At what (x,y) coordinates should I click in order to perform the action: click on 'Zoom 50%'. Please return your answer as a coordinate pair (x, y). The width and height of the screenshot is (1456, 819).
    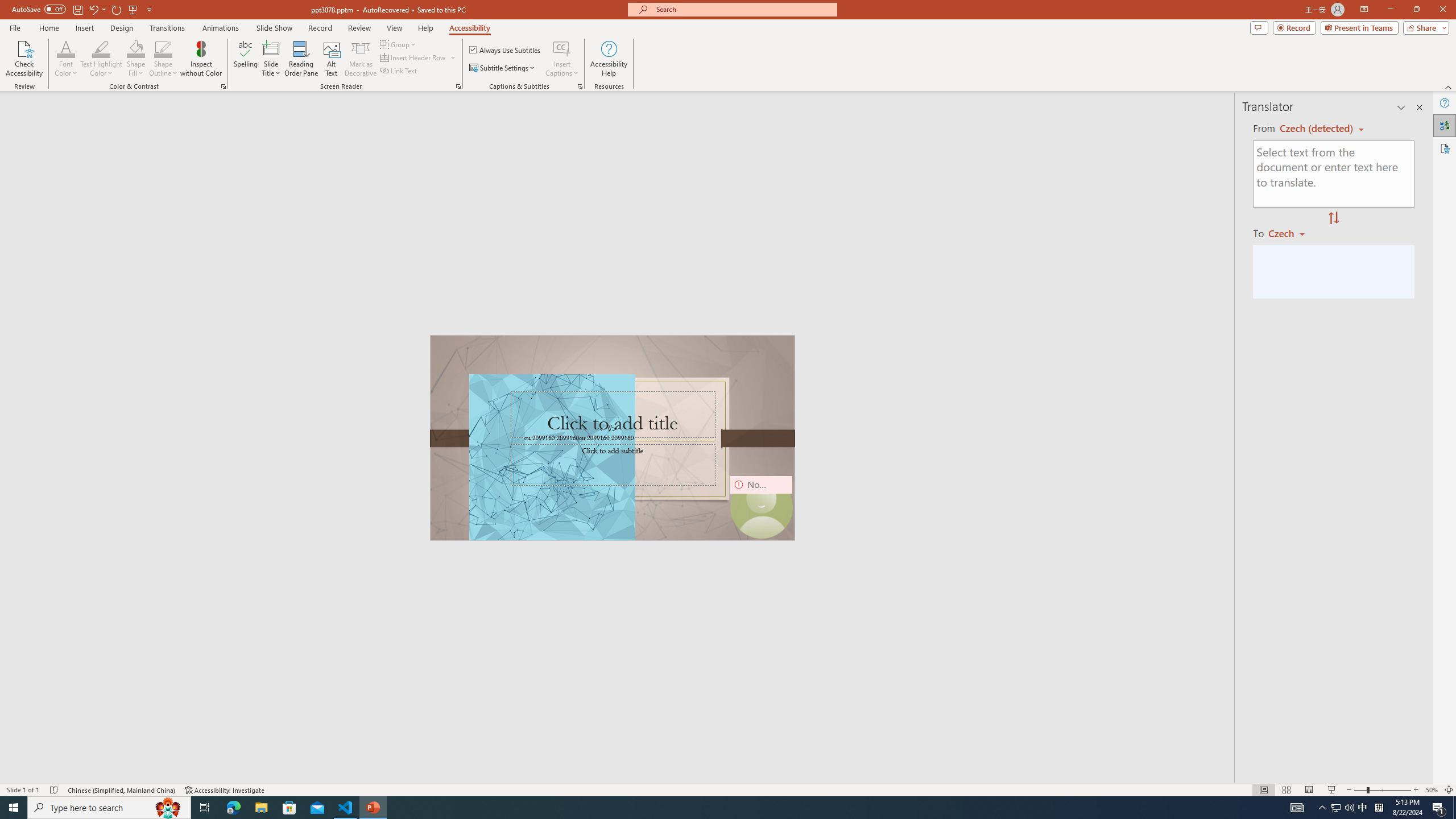
    Looking at the image, I should click on (1431, 790).